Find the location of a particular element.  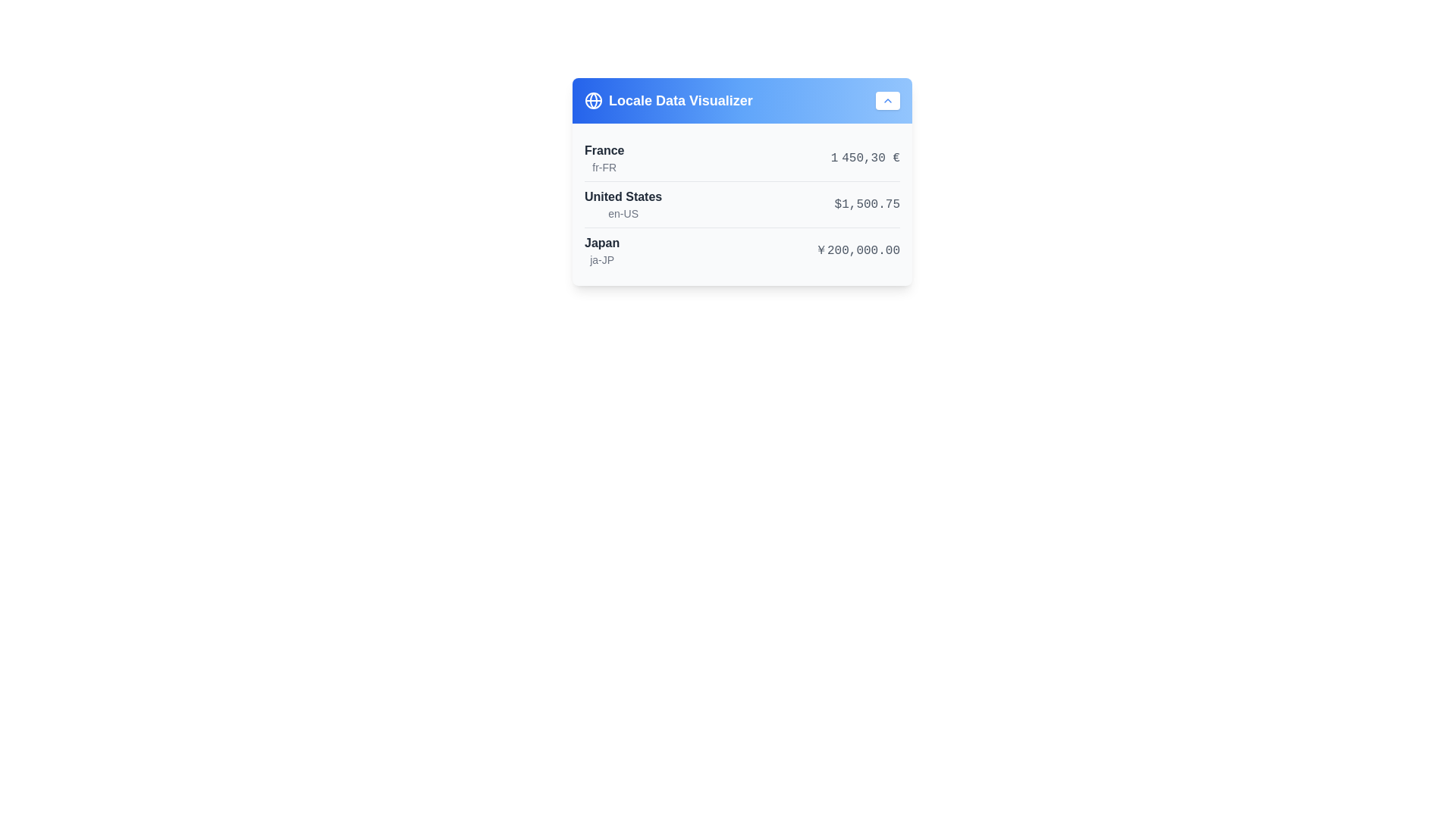

the text display showing the monetary value in euros for the 'France' entry in the table is located at coordinates (865, 158).